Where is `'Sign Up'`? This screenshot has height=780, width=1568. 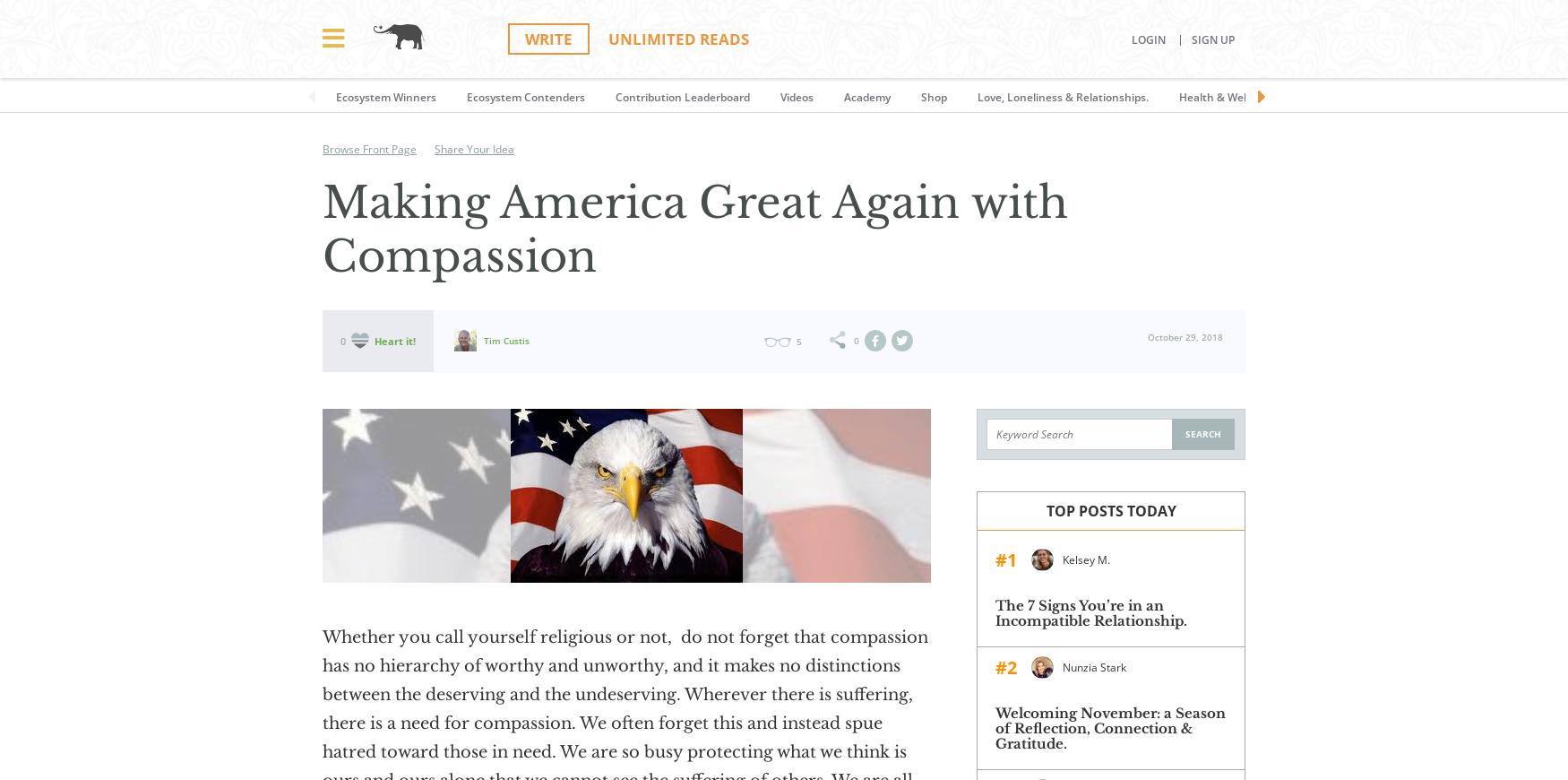 'Sign Up' is located at coordinates (1212, 39).